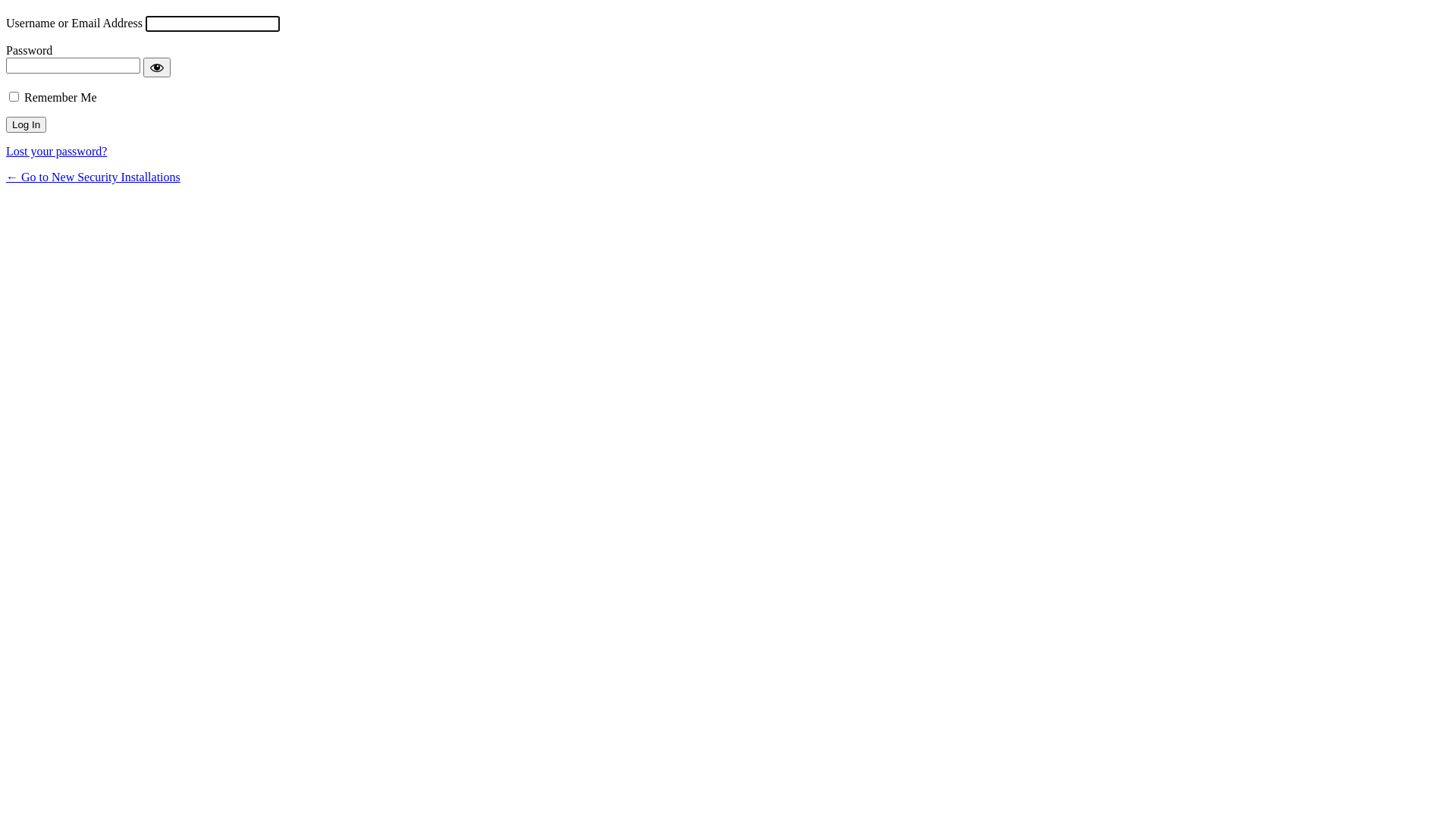 The image size is (1456, 819). What do you see at coordinates (26, 124) in the screenshot?
I see `'Log In'` at bounding box center [26, 124].